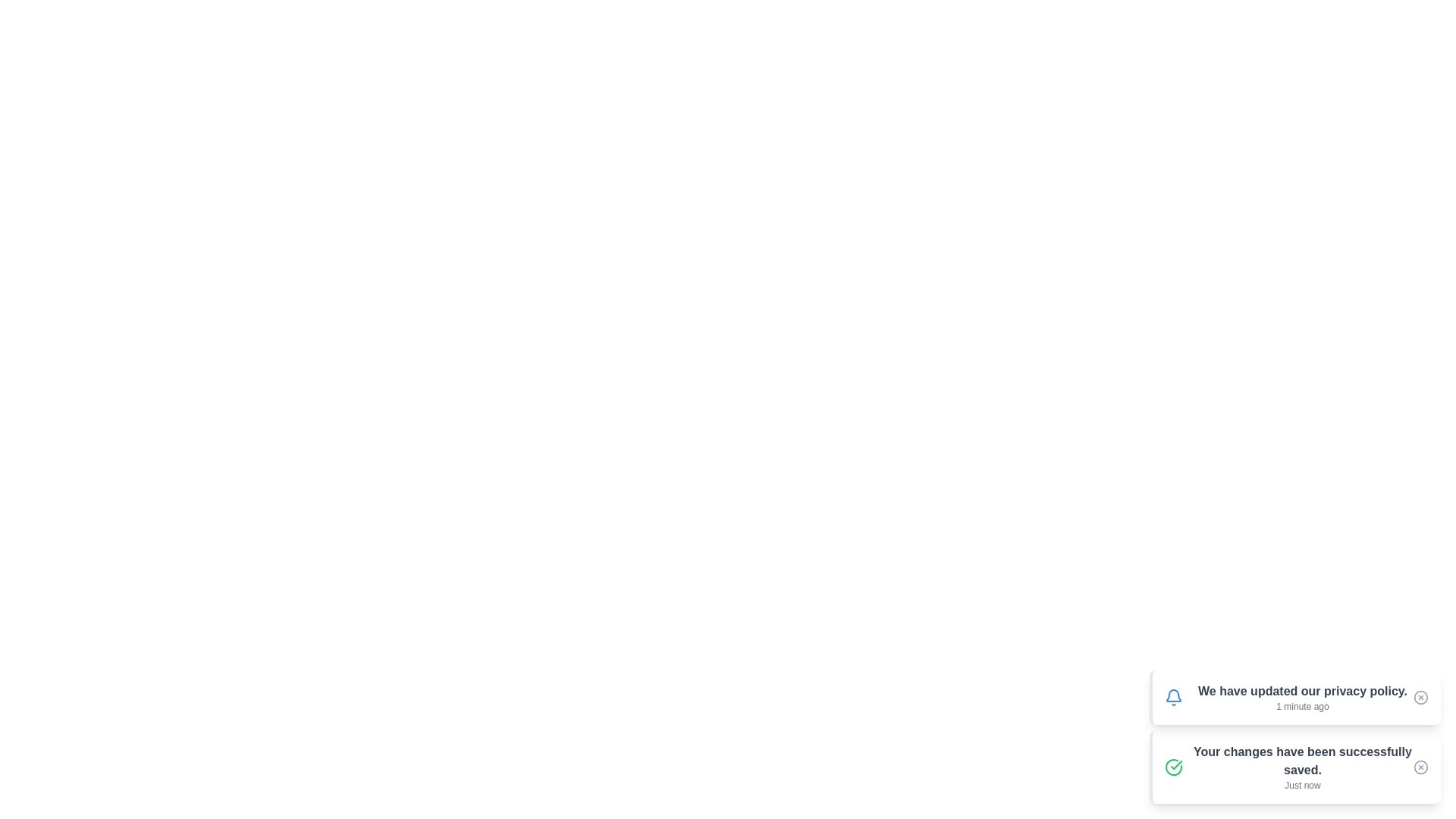 Image resolution: width=1456 pixels, height=819 pixels. What do you see at coordinates (1294, 767) in the screenshot?
I see `the notification with content 'Your changes have been successfully saved.'` at bounding box center [1294, 767].